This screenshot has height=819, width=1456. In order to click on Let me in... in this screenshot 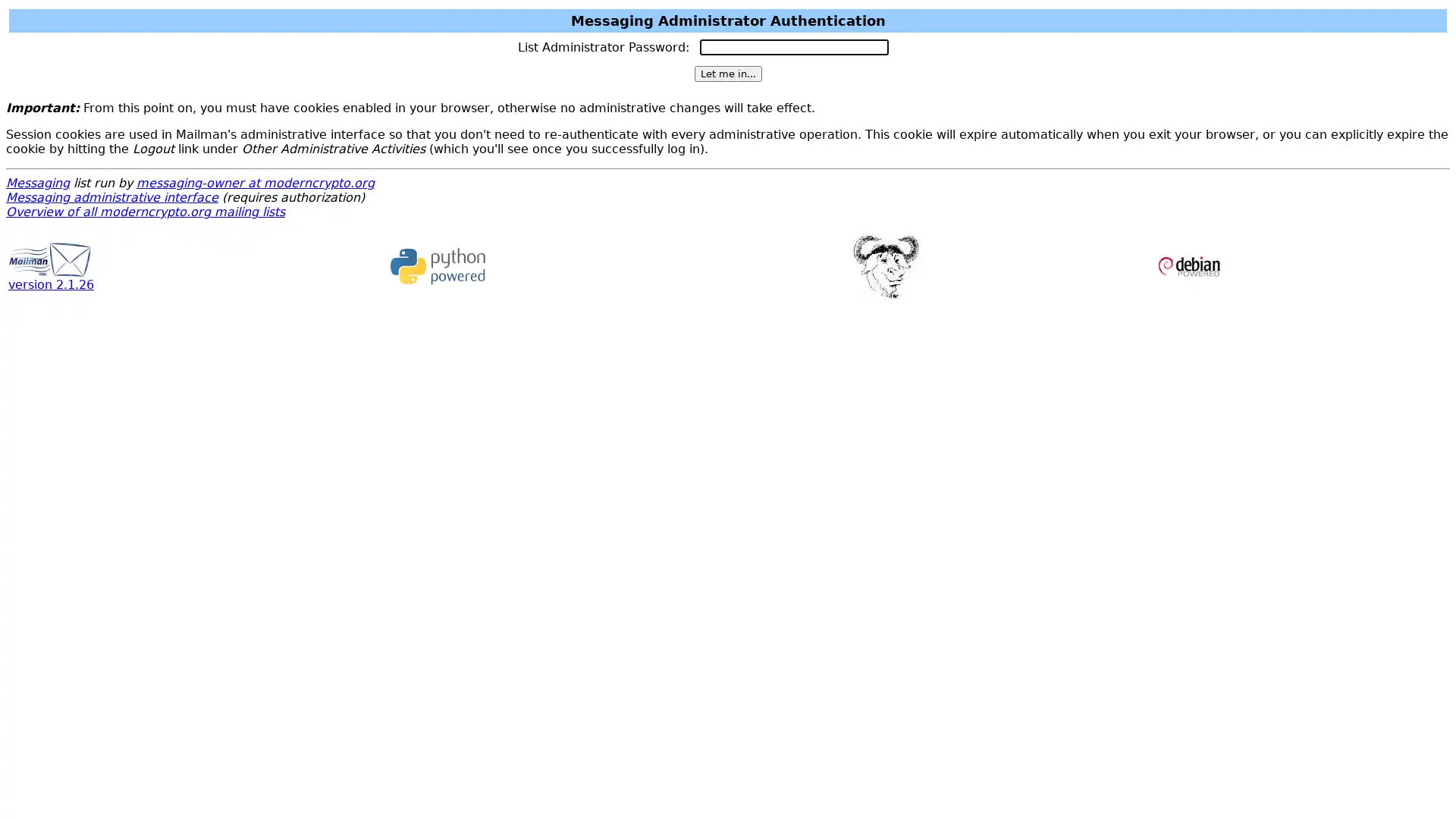, I will do `click(726, 74)`.